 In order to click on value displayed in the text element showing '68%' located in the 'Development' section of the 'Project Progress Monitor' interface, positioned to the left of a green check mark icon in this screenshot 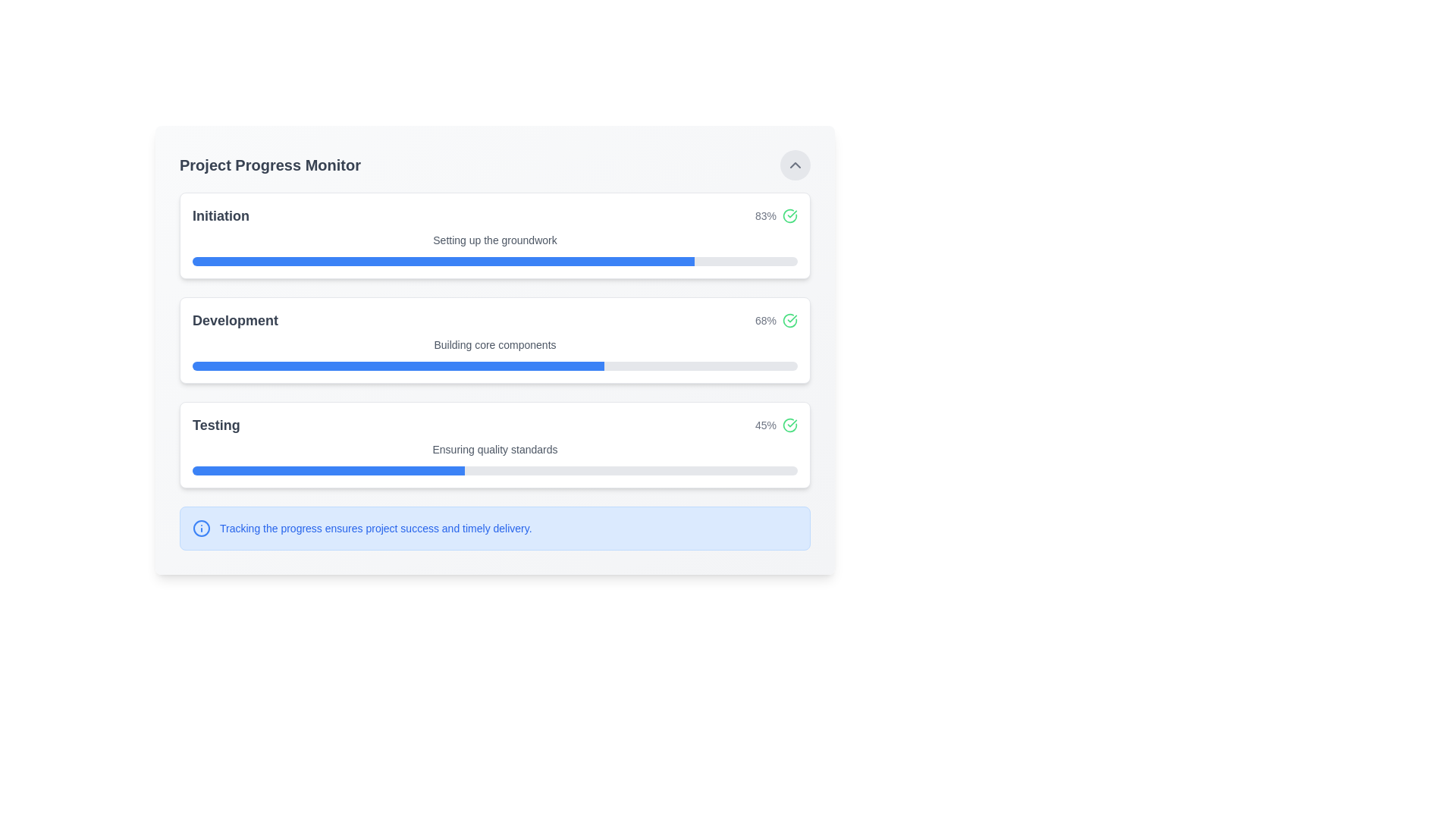, I will do `click(765, 320)`.